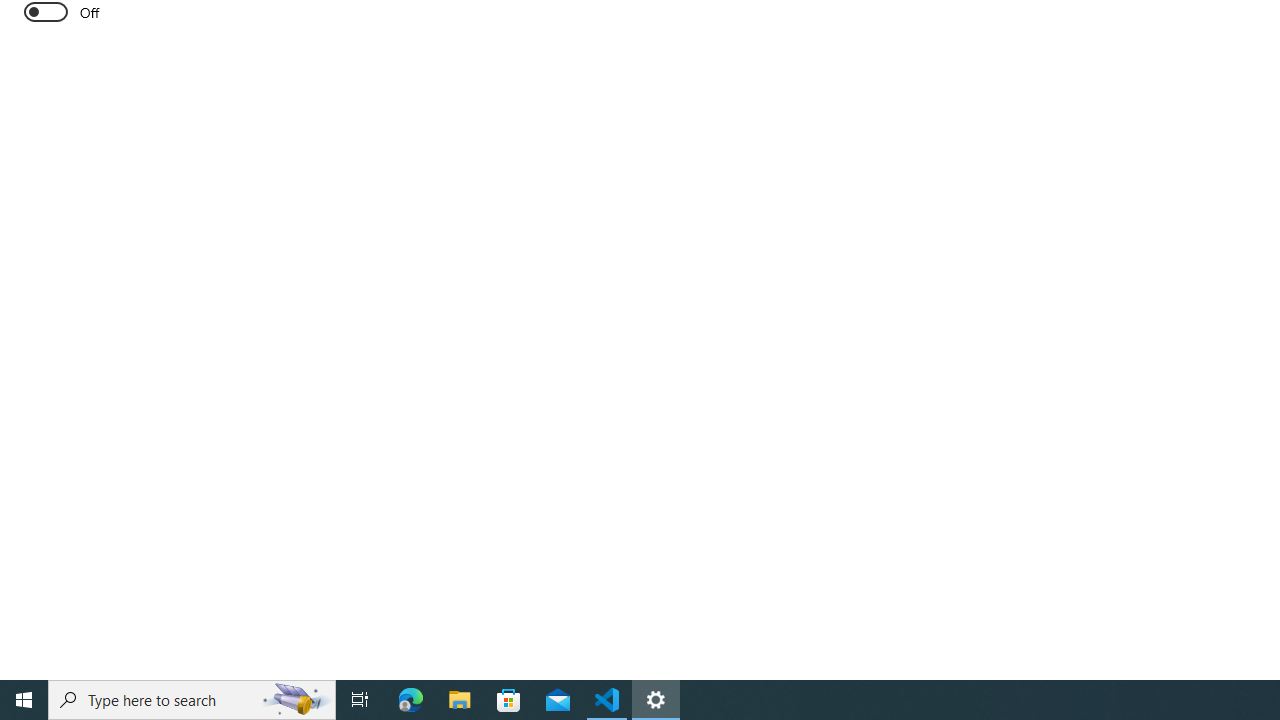  Describe the element at coordinates (656, 698) in the screenshot. I see `'Settings - 1 running window'` at that location.